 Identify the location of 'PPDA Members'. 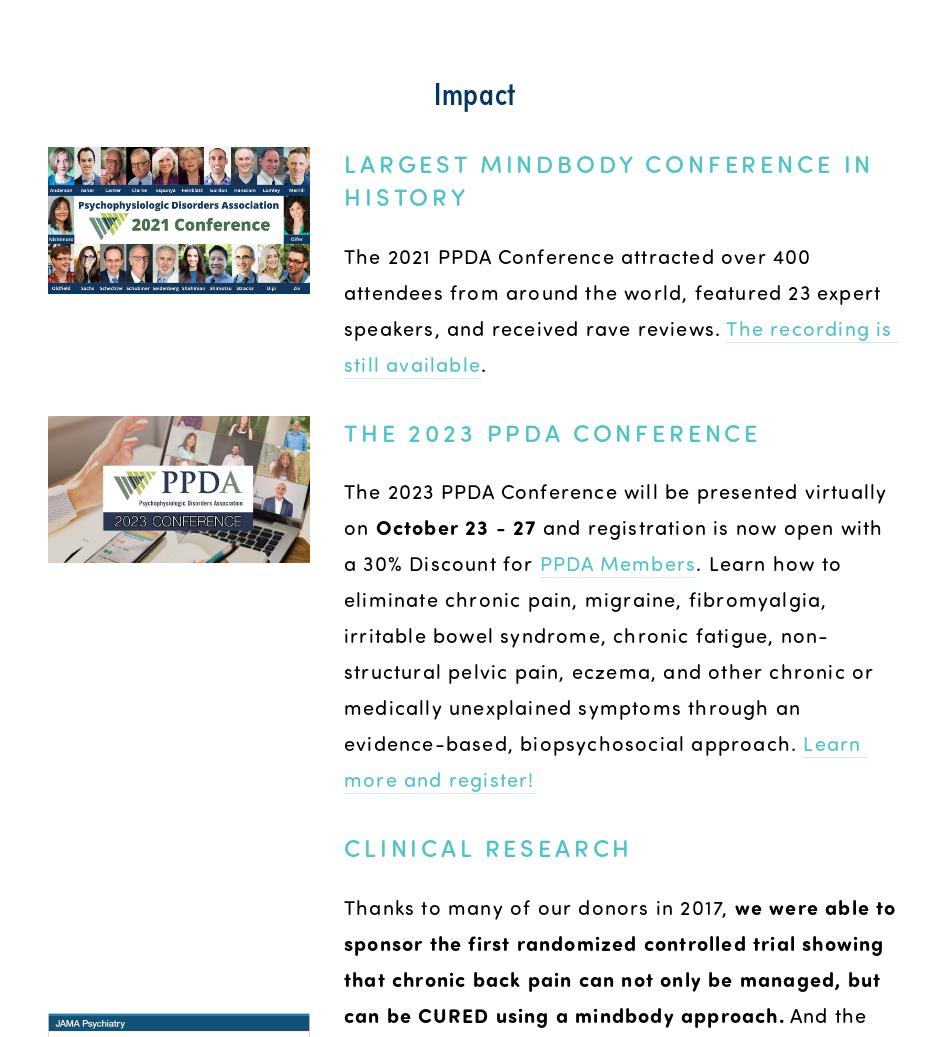
(617, 562).